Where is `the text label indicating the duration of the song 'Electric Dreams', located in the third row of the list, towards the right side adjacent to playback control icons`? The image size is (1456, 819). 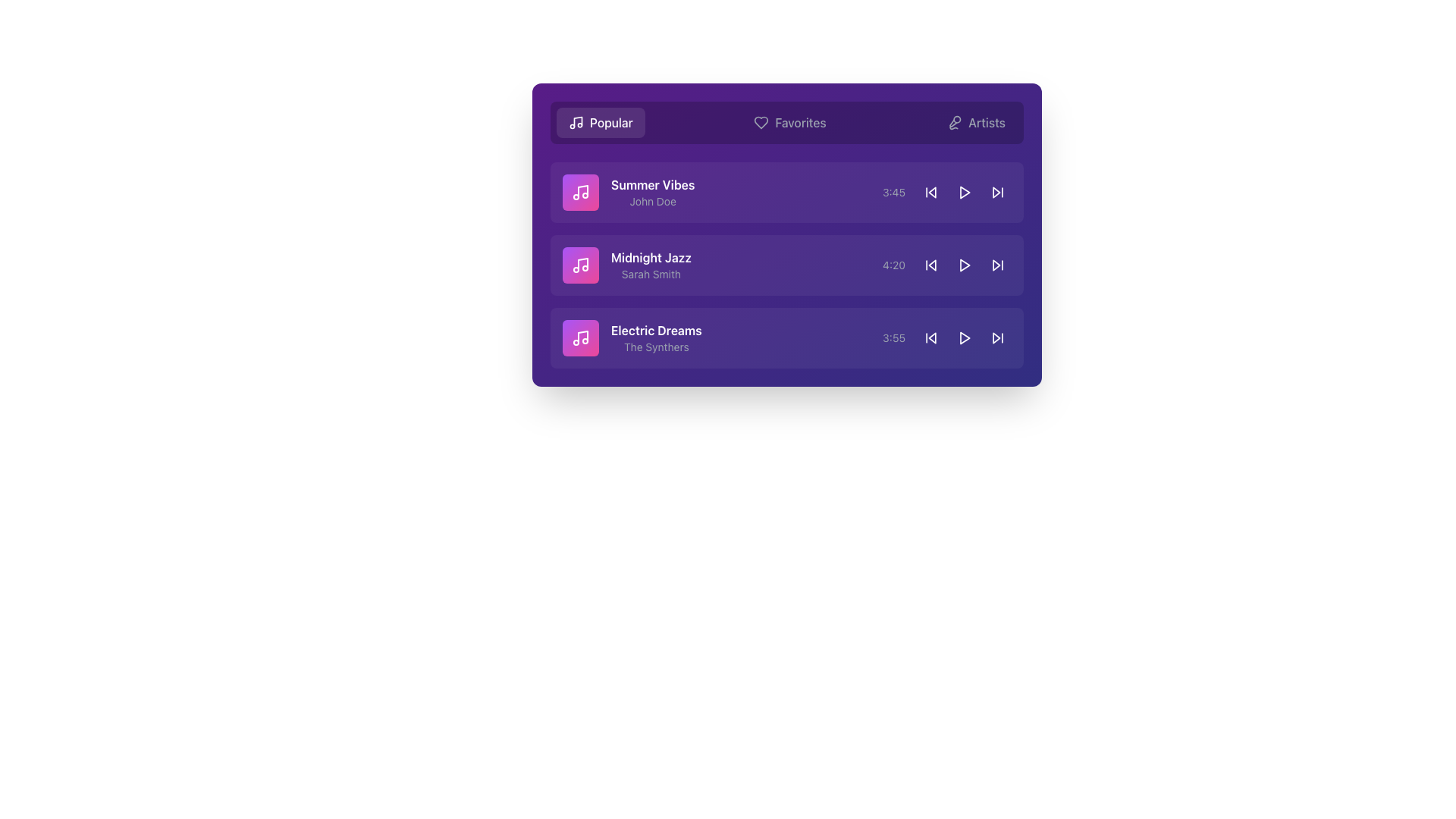 the text label indicating the duration of the song 'Electric Dreams', located in the third row of the list, towards the right side adjacent to playback control icons is located at coordinates (894, 337).